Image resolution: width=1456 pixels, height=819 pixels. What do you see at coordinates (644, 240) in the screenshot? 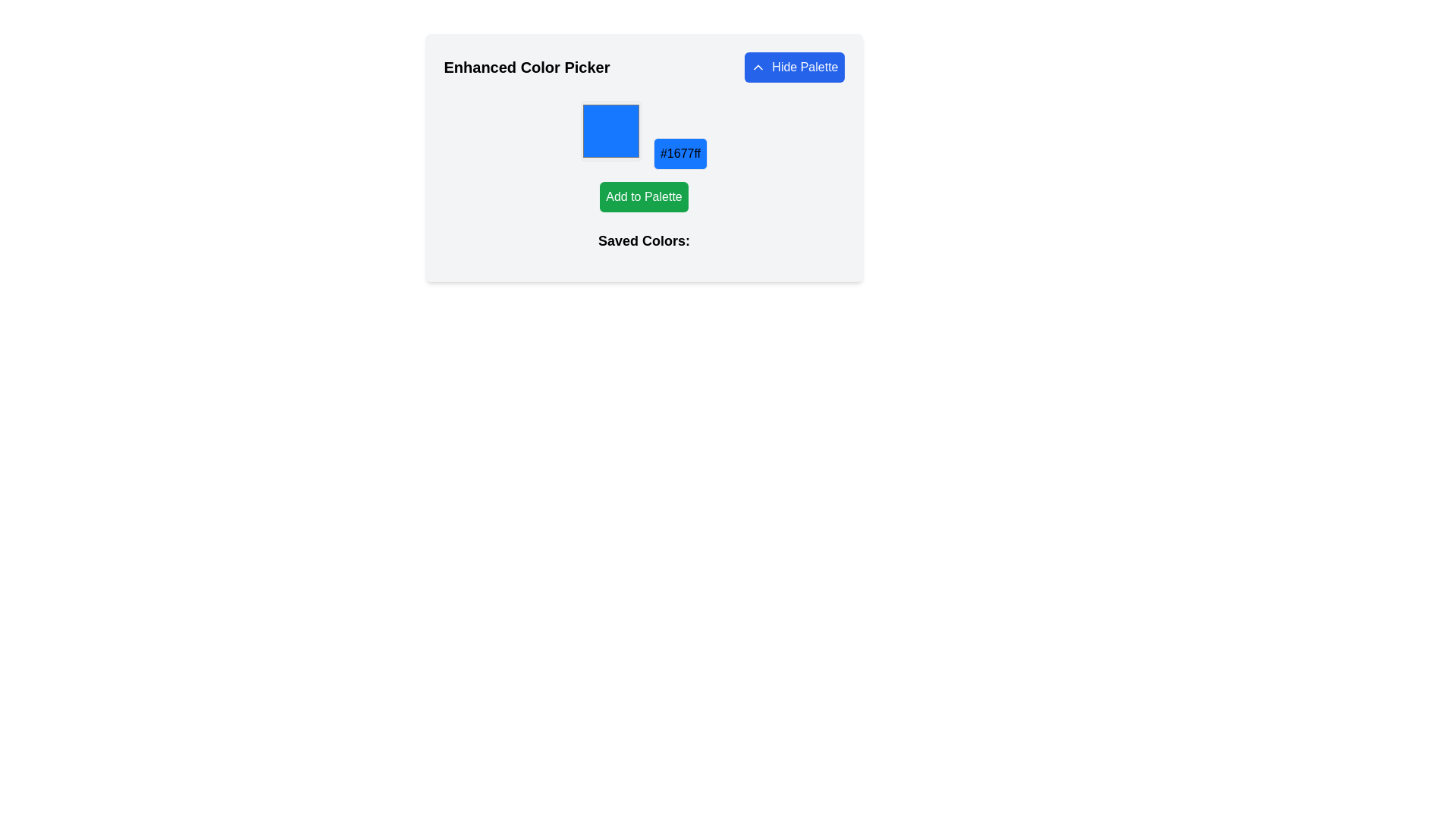
I see `the text label displaying 'Saved Colors:' which is styled in a larger font and bold weight, positioned at the bottom of the interface above a grid-like section` at bounding box center [644, 240].